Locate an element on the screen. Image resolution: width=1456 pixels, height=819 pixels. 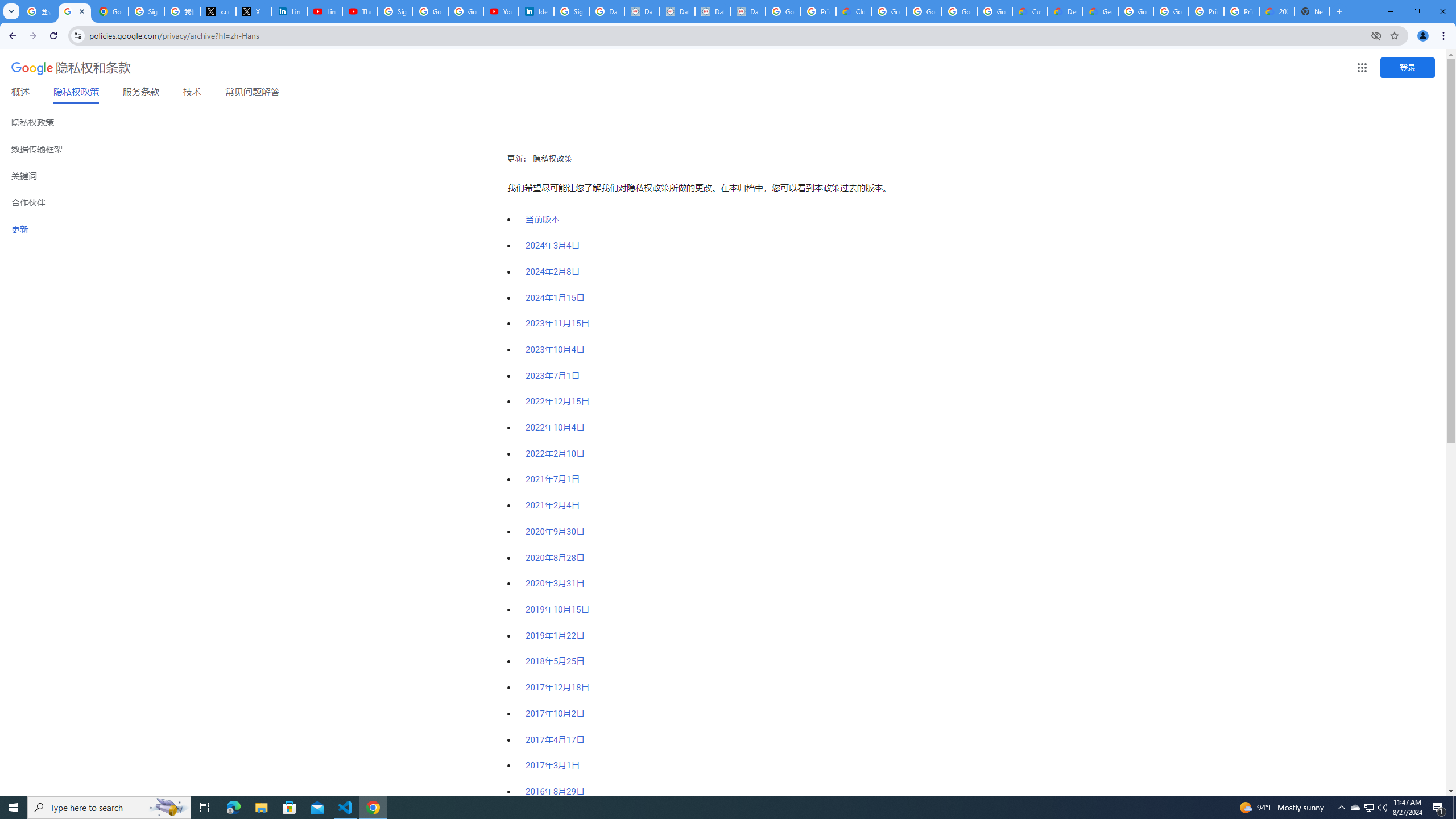
'Gemini for Business and Developers | Google Cloud' is located at coordinates (1099, 11).